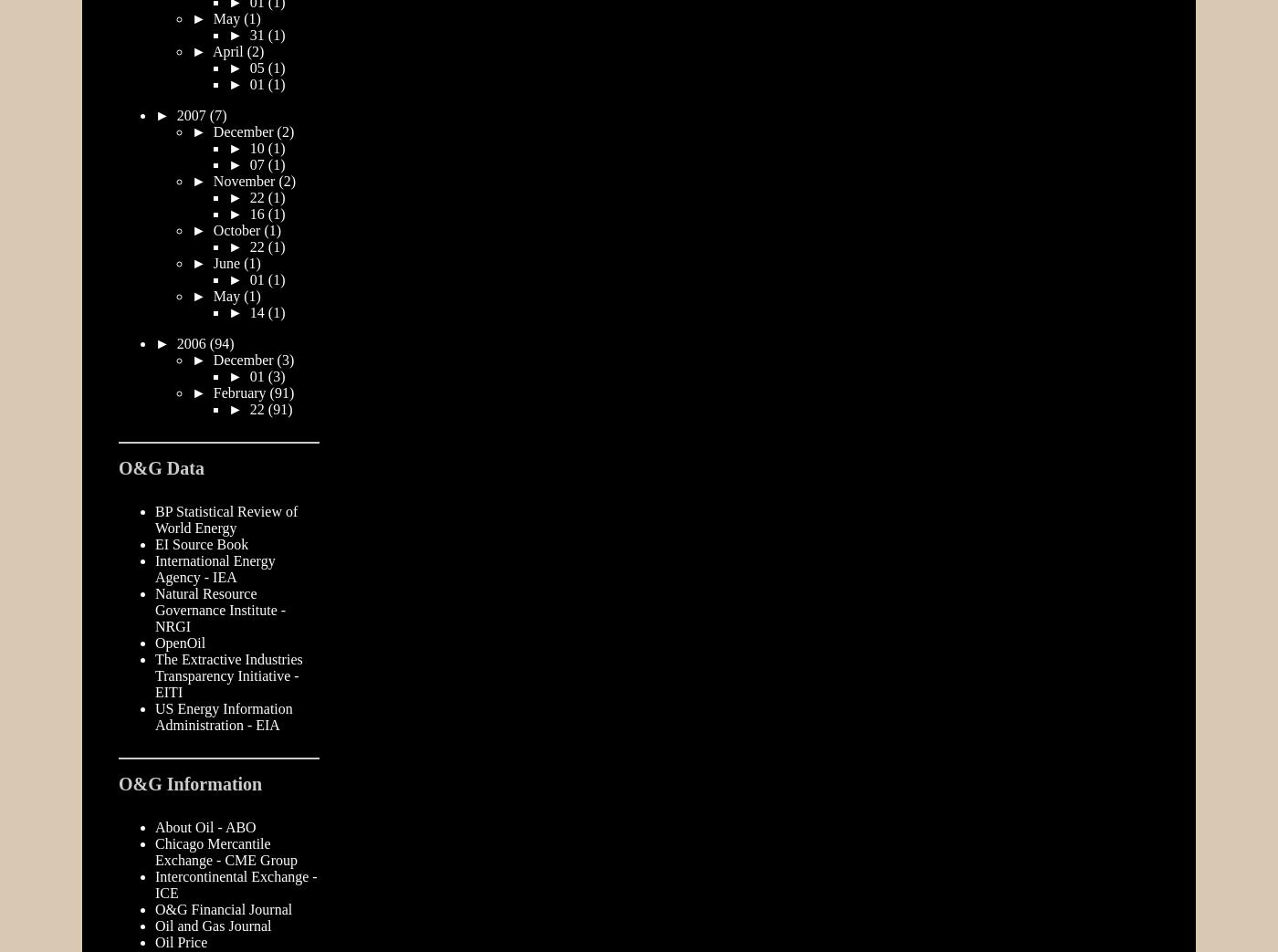  What do you see at coordinates (180, 642) in the screenshot?
I see `'OpenOil'` at bounding box center [180, 642].